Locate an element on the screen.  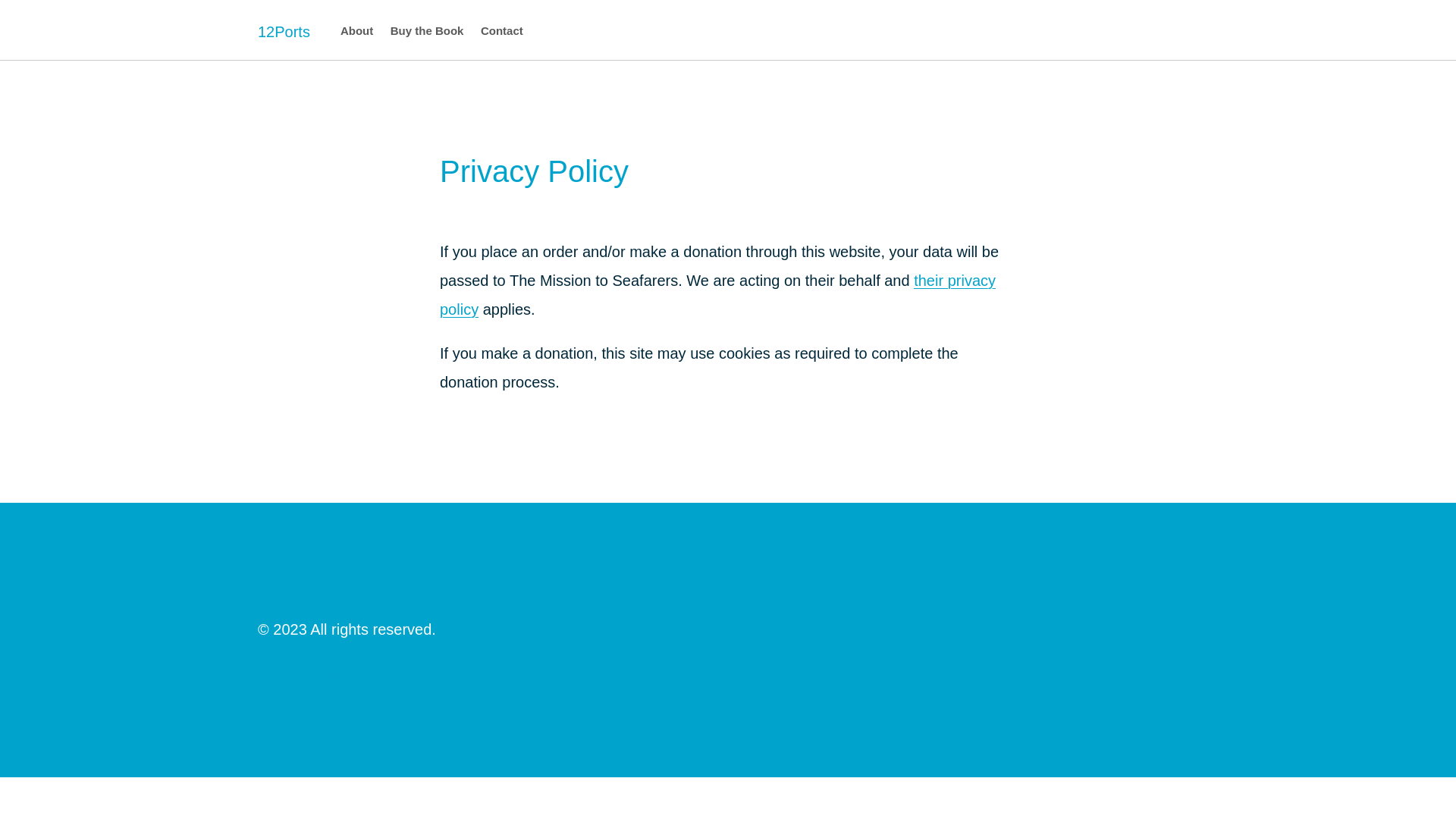
'their privacy policy' is located at coordinates (717, 295).